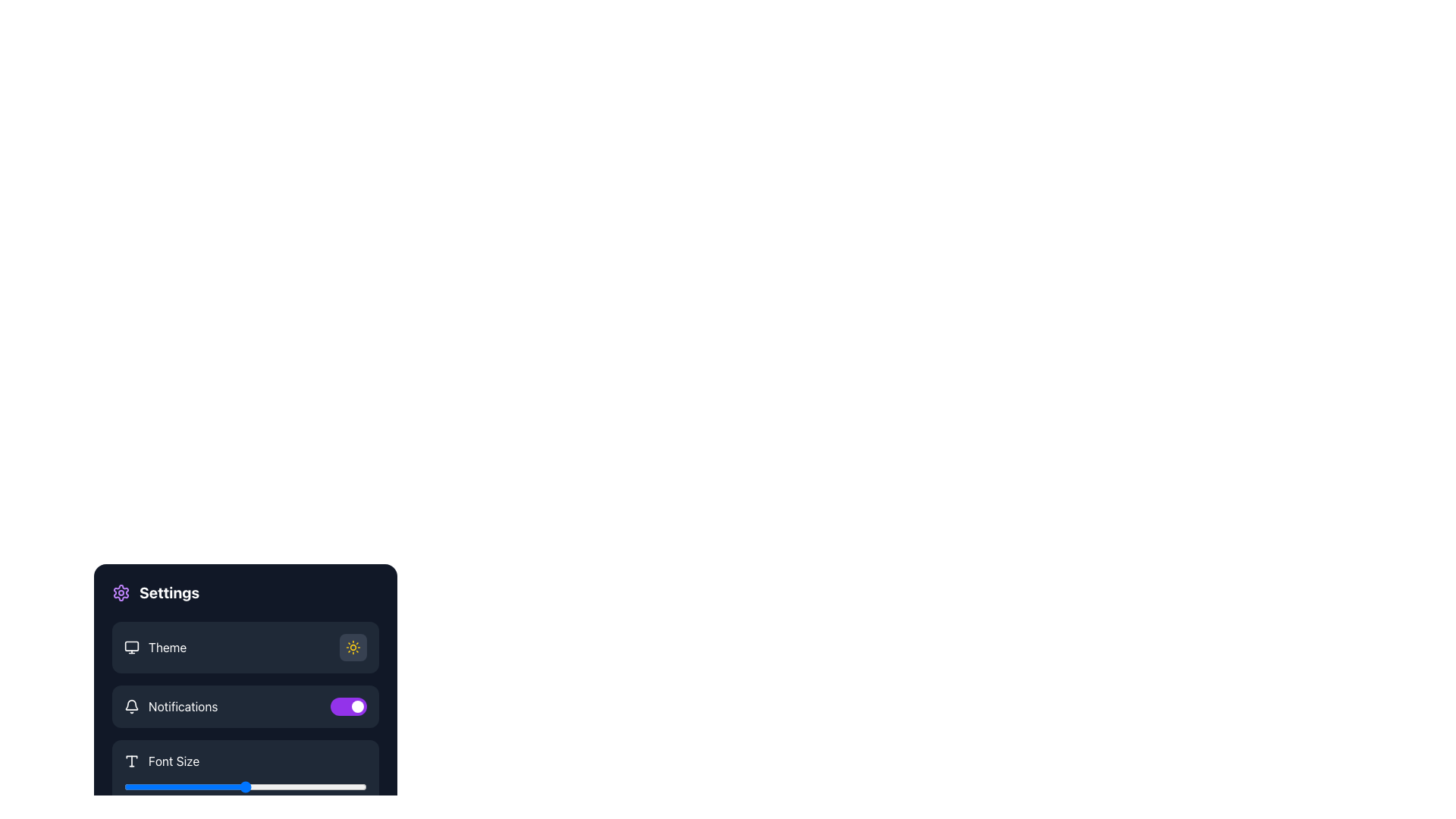 This screenshot has height=819, width=1456. What do you see at coordinates (182, 707) in the screenshot?
I see `the 'Notifications' label, which is displayed in white sans-serif typeface against a dark background within the 'Settings' view` at bounding box center [182, 707].